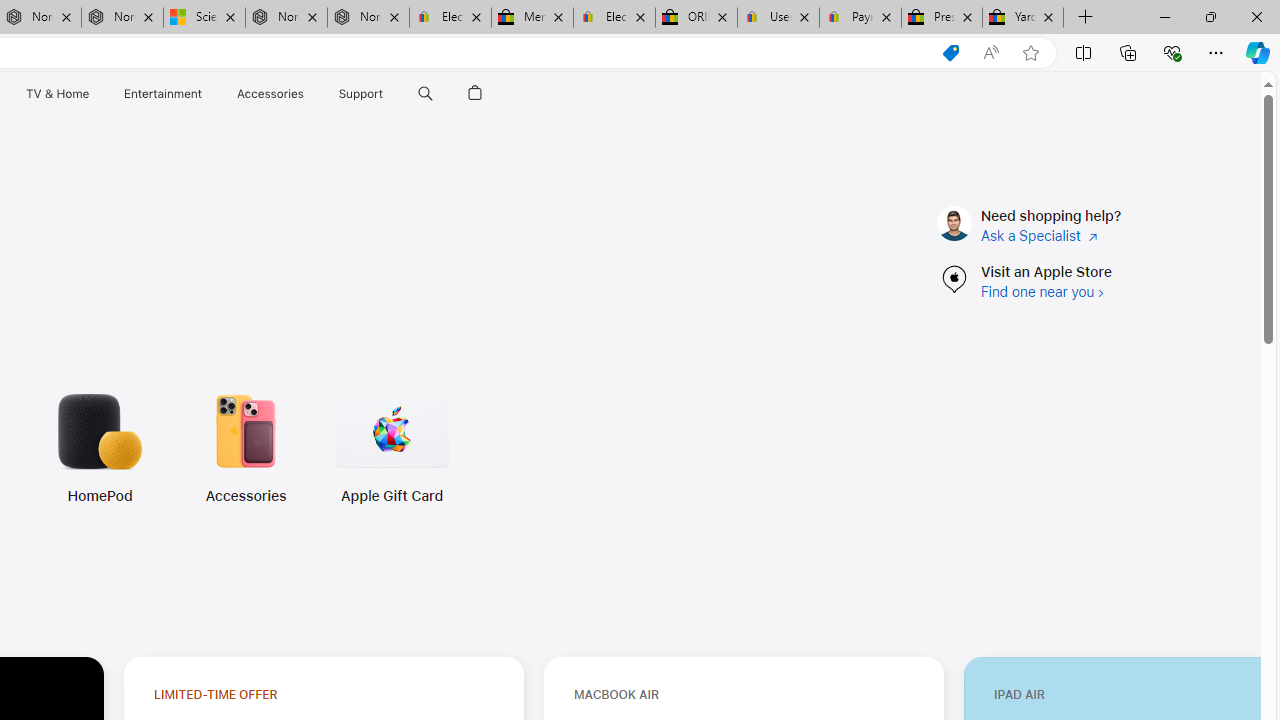  I want to click on 'User Privacy Notice | eBay', so click(777, 17).